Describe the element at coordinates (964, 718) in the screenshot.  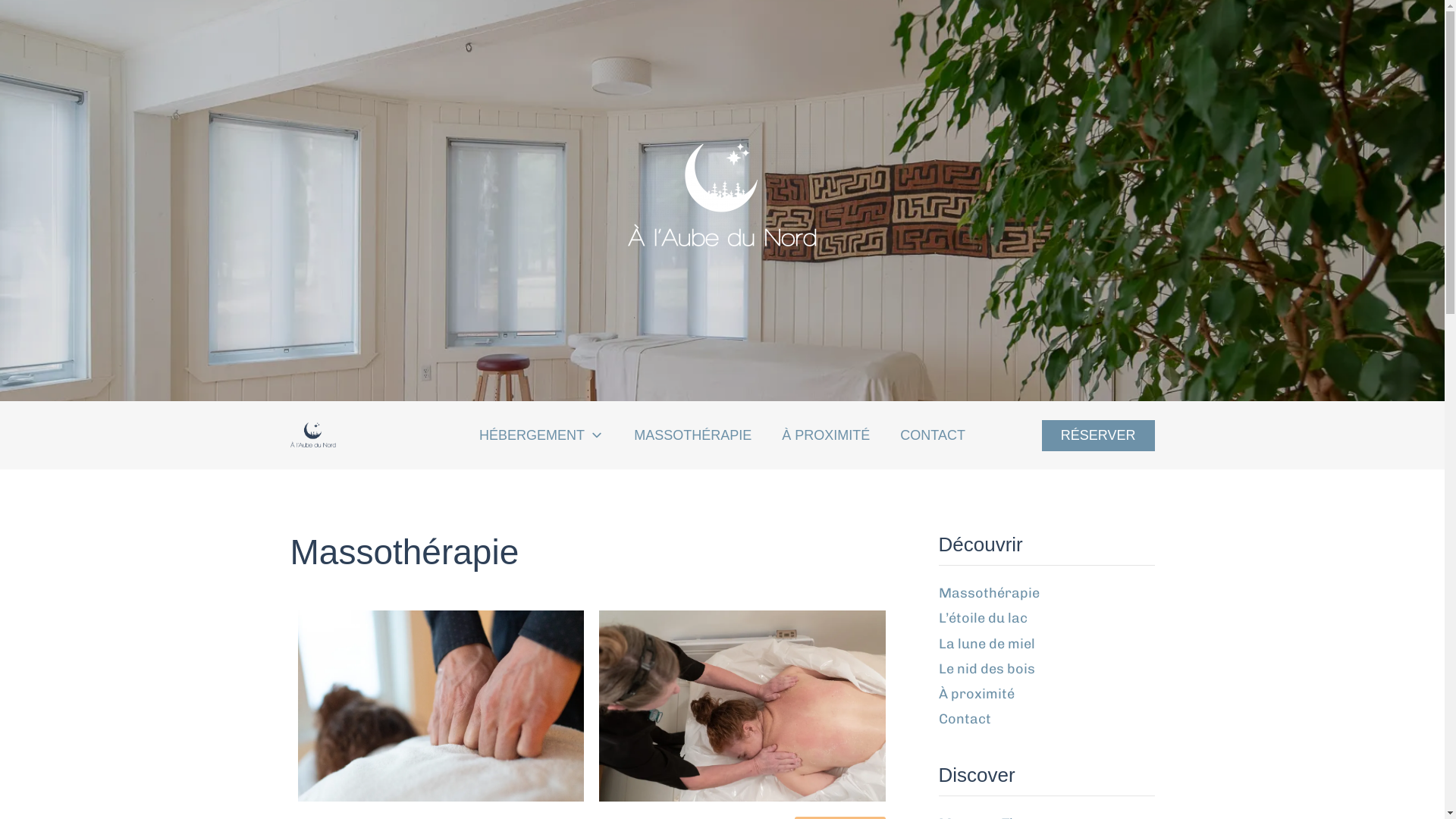
I see `'Contact'` at that location.